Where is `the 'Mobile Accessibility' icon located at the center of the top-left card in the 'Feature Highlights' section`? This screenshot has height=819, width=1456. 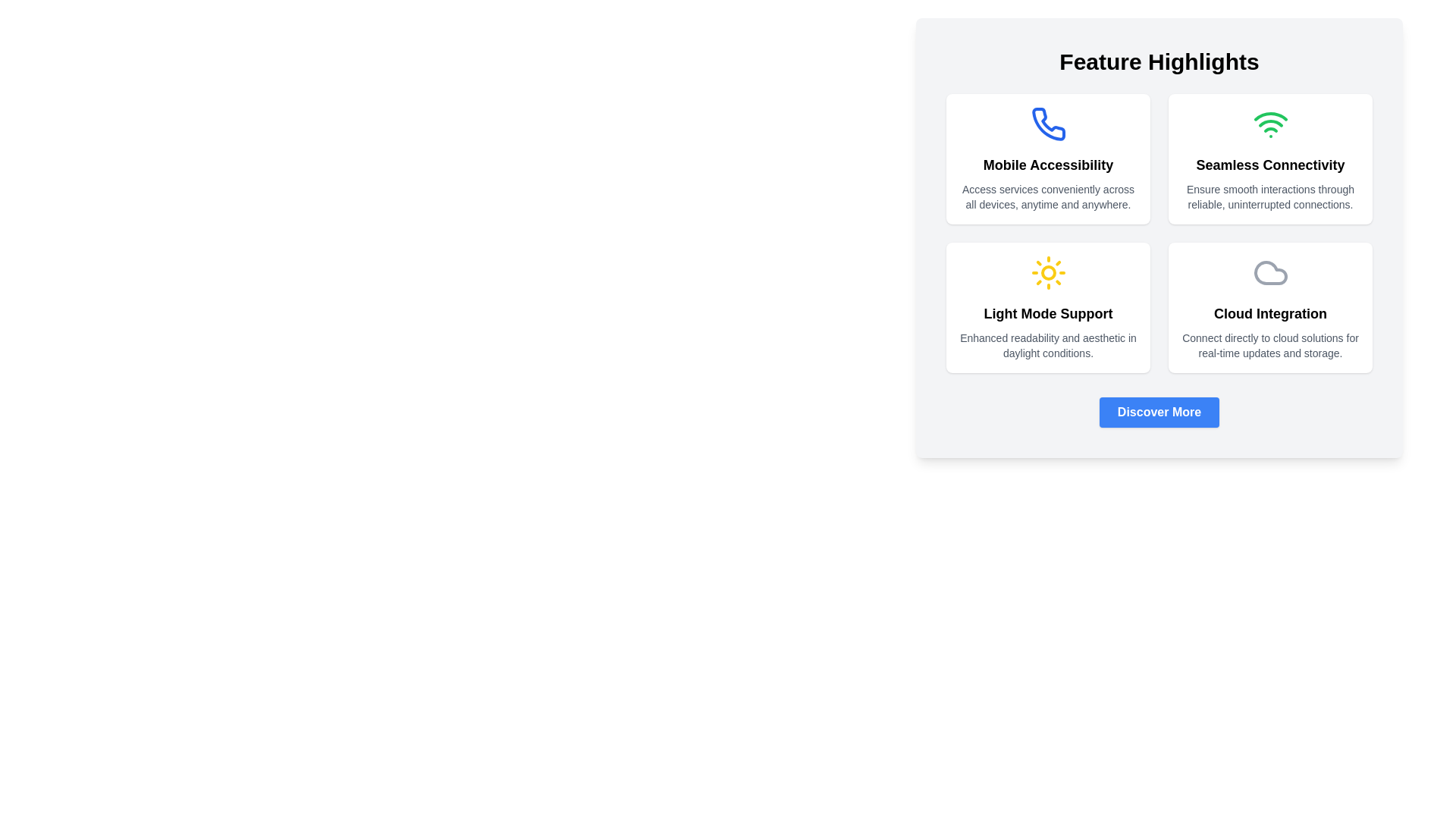 the 'Mobile Accessibility' icon located at the center of the top-left card in the 'Feature Highlights' section is located at coordinates (1047, 124).